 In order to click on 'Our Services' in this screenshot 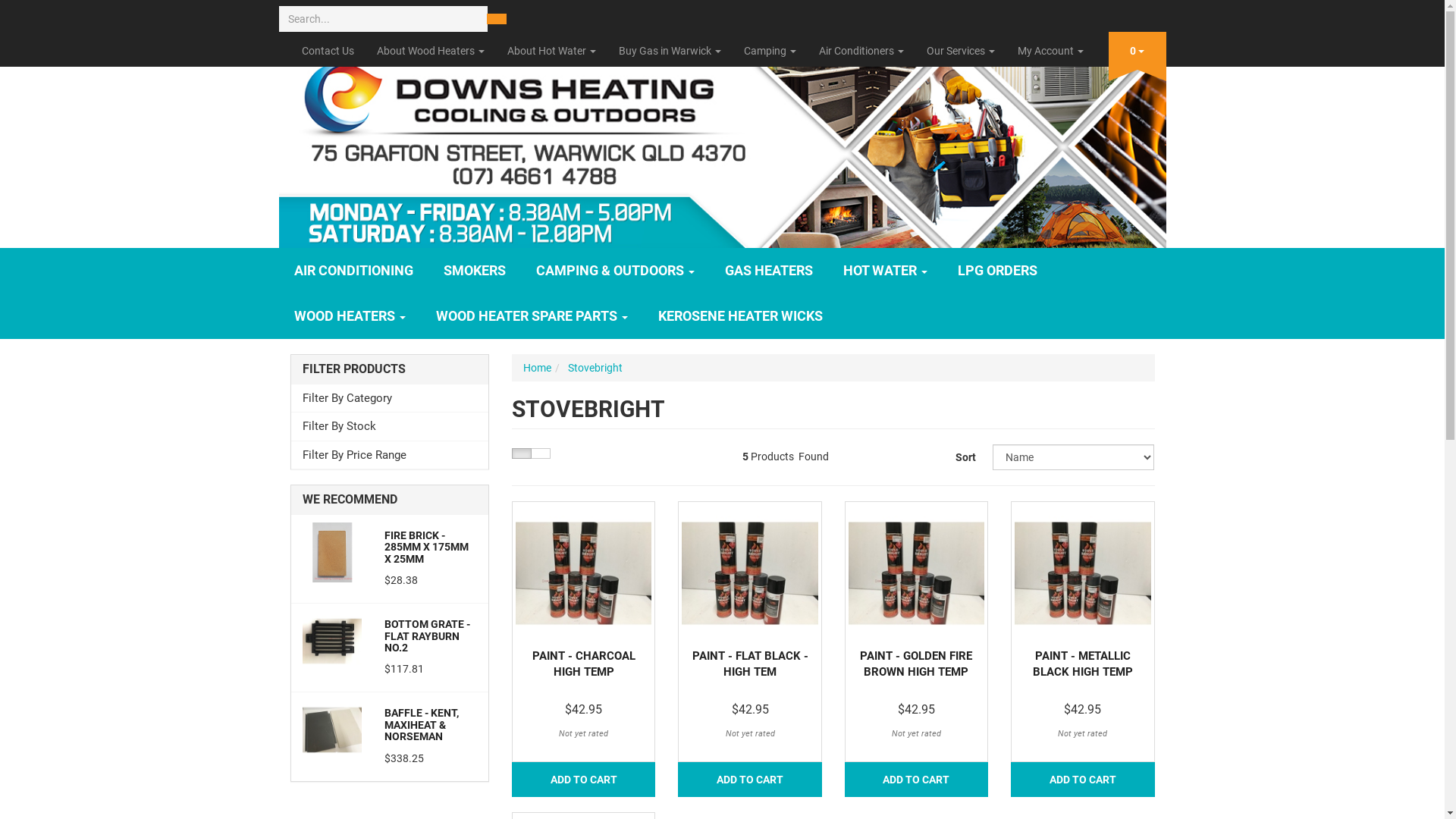, I will do `click(959, 49)`.